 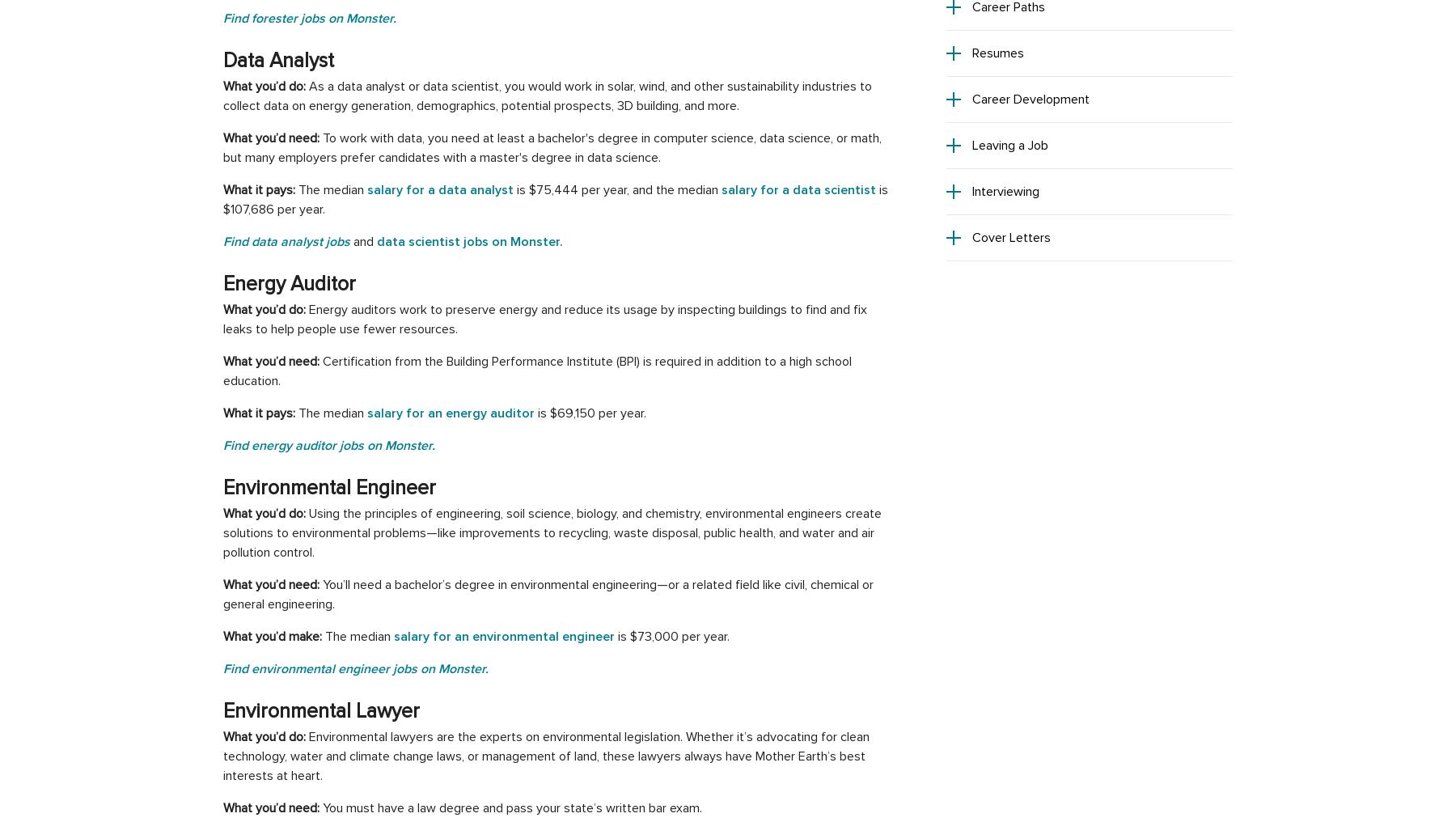 I want to click on 'Environmental Lawyer', so click(x=321, y=711).